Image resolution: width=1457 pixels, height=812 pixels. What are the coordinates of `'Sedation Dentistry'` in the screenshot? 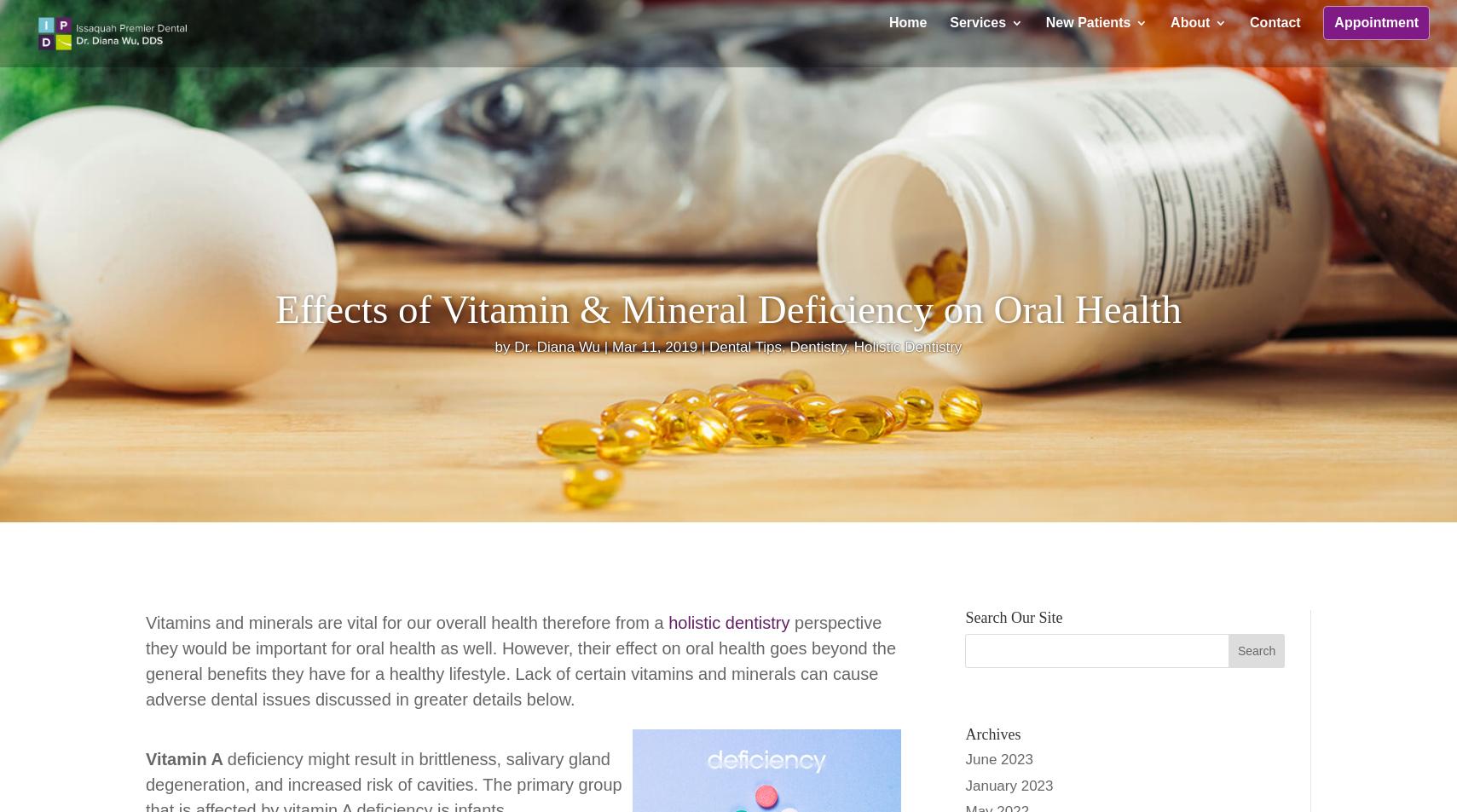 It's located at (1248, 144).